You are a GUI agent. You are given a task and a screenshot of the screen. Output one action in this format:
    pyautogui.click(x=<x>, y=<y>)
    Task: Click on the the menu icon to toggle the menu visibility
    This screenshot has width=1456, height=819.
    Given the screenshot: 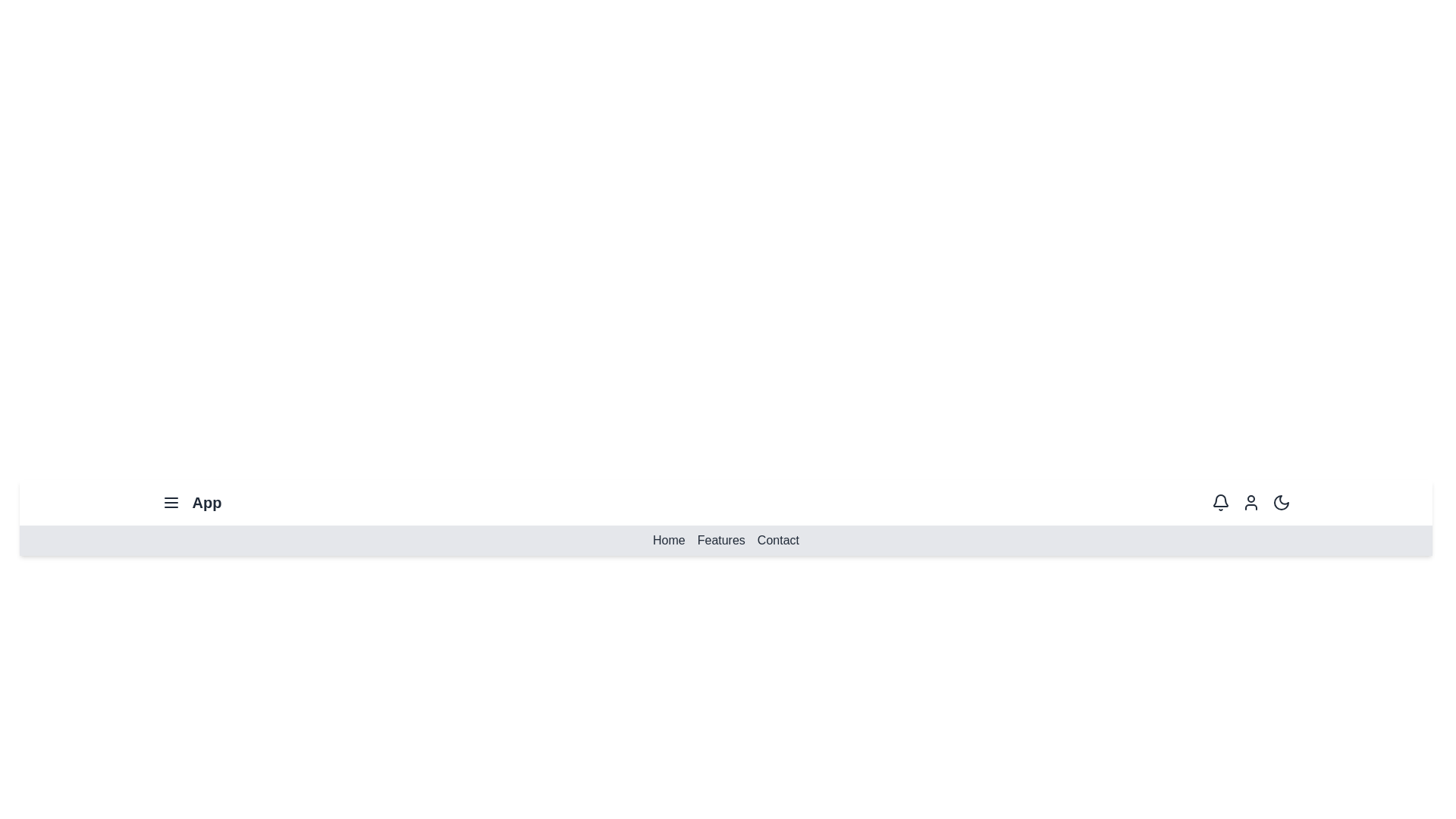 What is the action you would take?
    pyautogui.click(x=171, y=503)
    